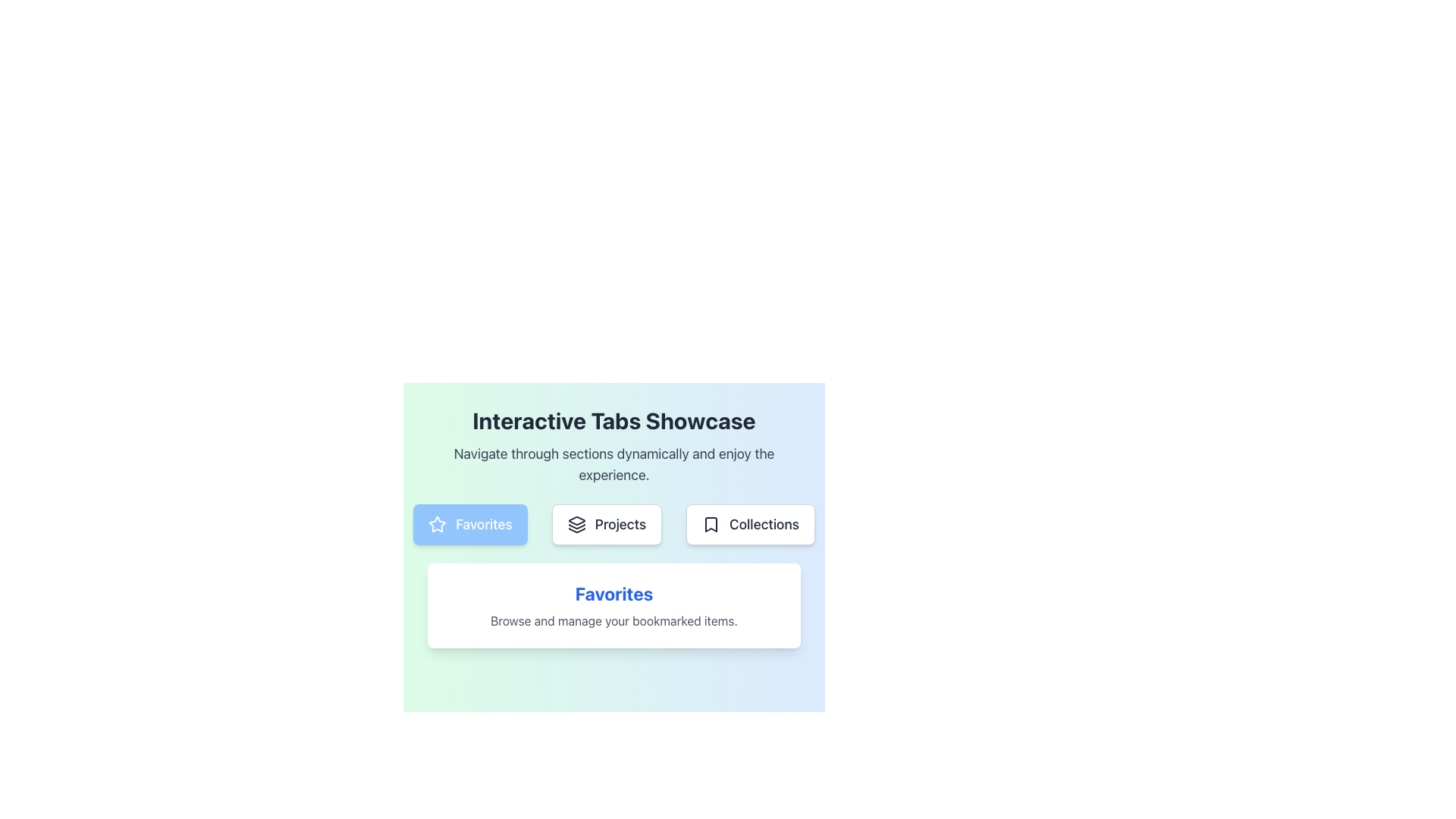 The width and height of the screenshot is (1456, 819). Describe the element at coordinates (483, 523) in the screenshot. I see `the button surrounding the 'Favorites' text label` at that location.